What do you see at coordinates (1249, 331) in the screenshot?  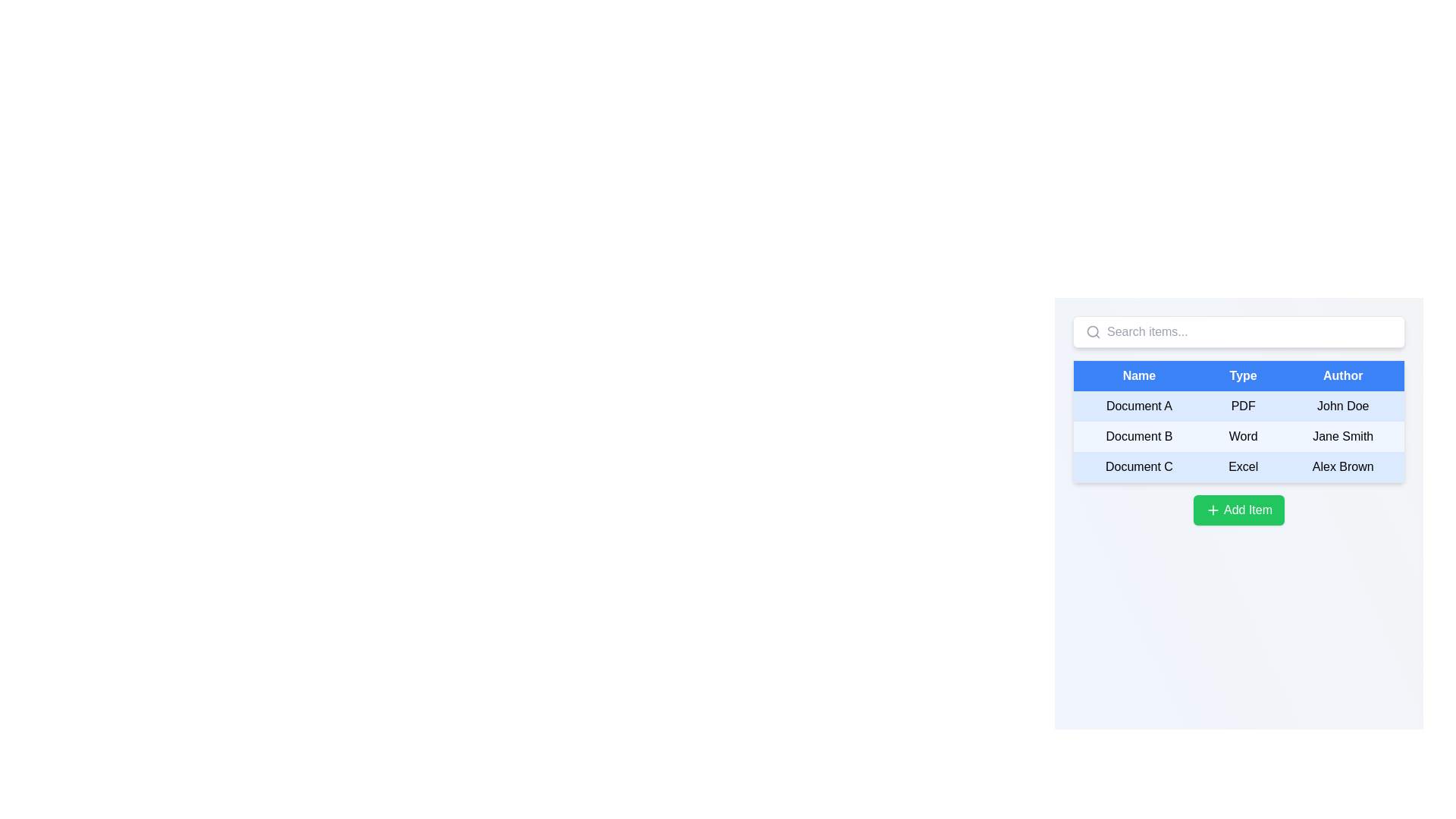 I see `the search bar input located in the top-left quadrant of the panel to focus on it` at bounding box center [1249, 331].